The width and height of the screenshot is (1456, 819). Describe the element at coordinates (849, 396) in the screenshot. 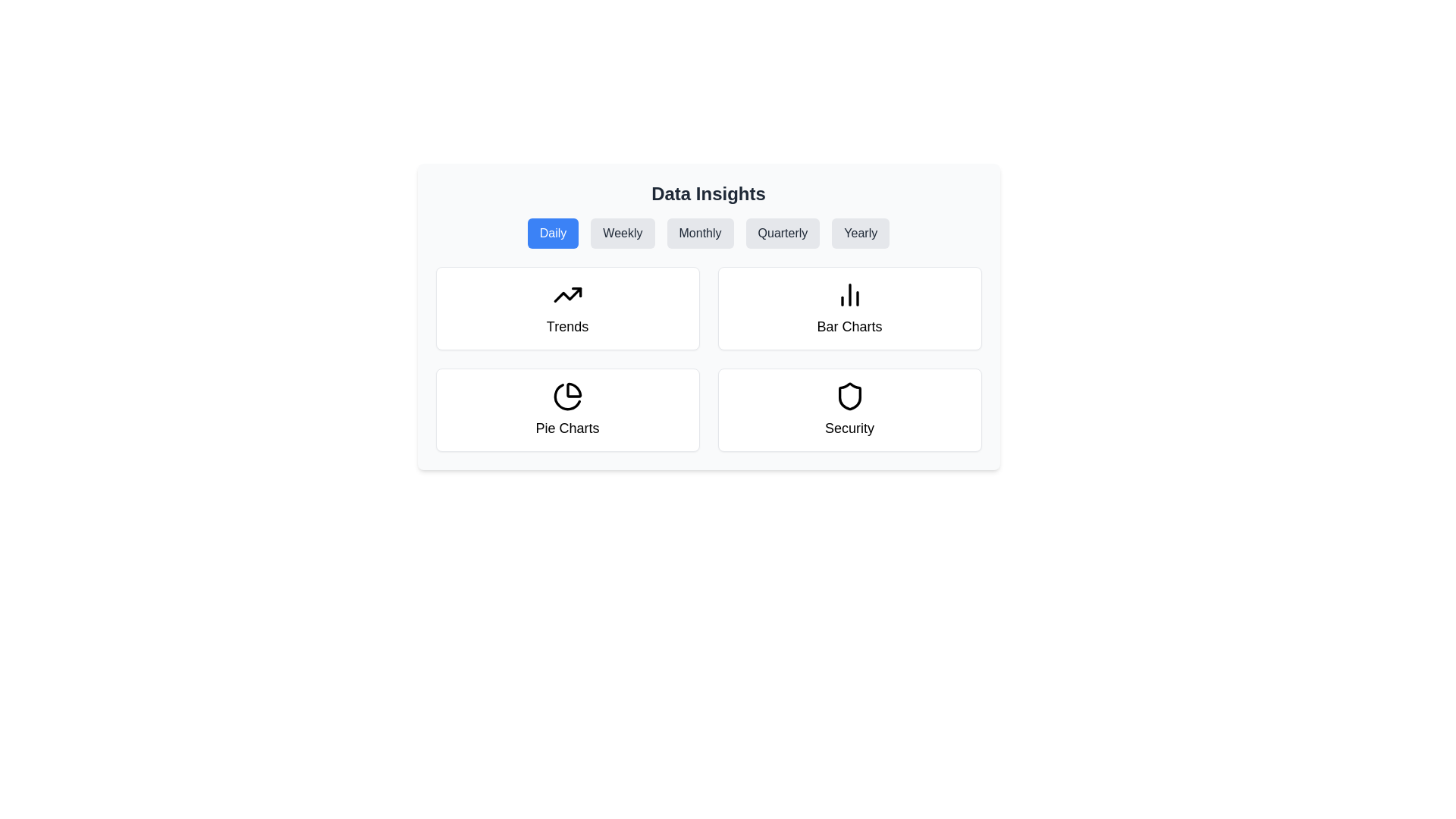

I see `the security icon located at the top of the 'Security' card in the lower right of the grid layout` at that location.